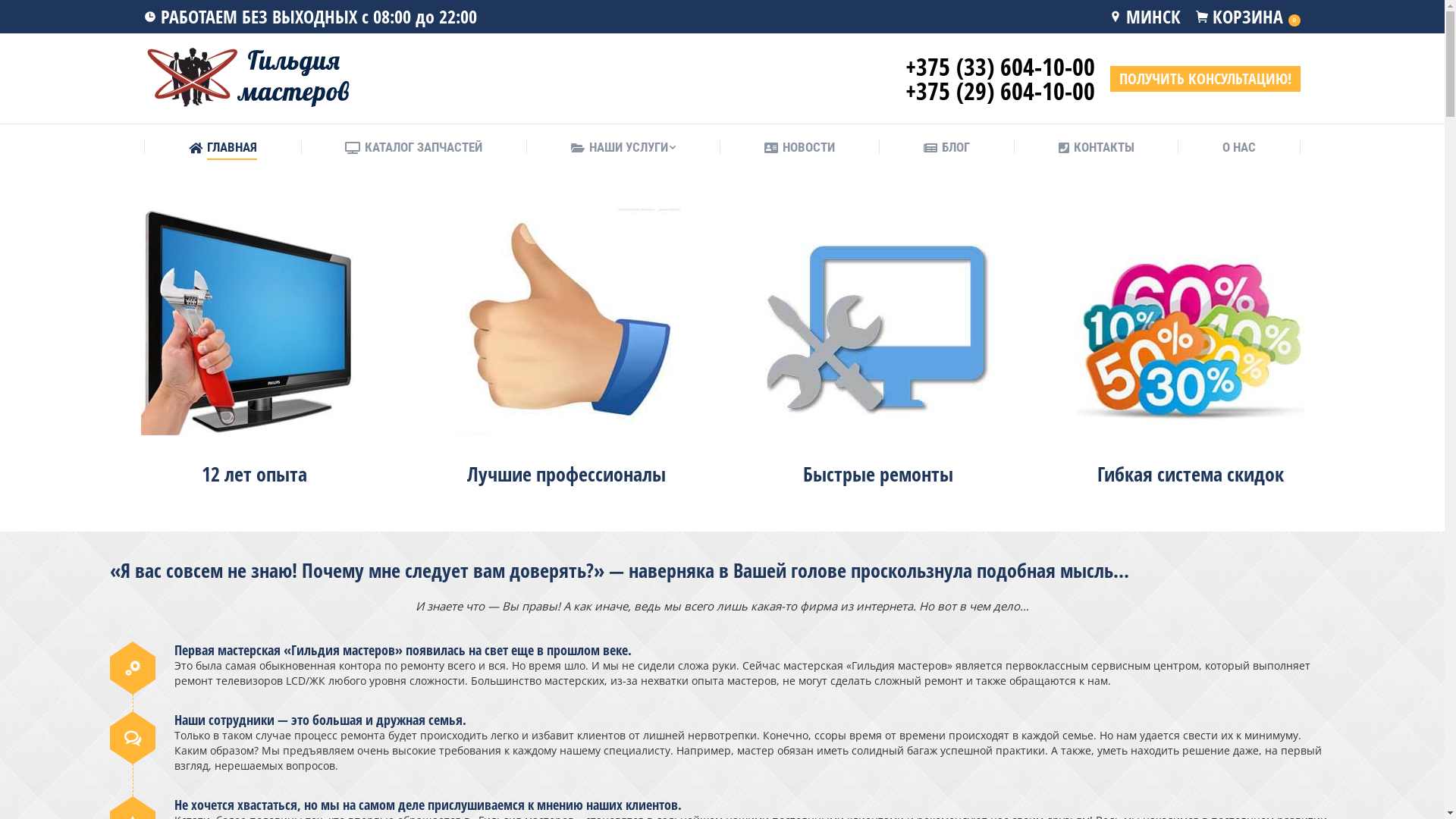 This screenshot has height=819, width=1456. I want to click on '+375 (33) 604-10-00', so click(1000, 65).